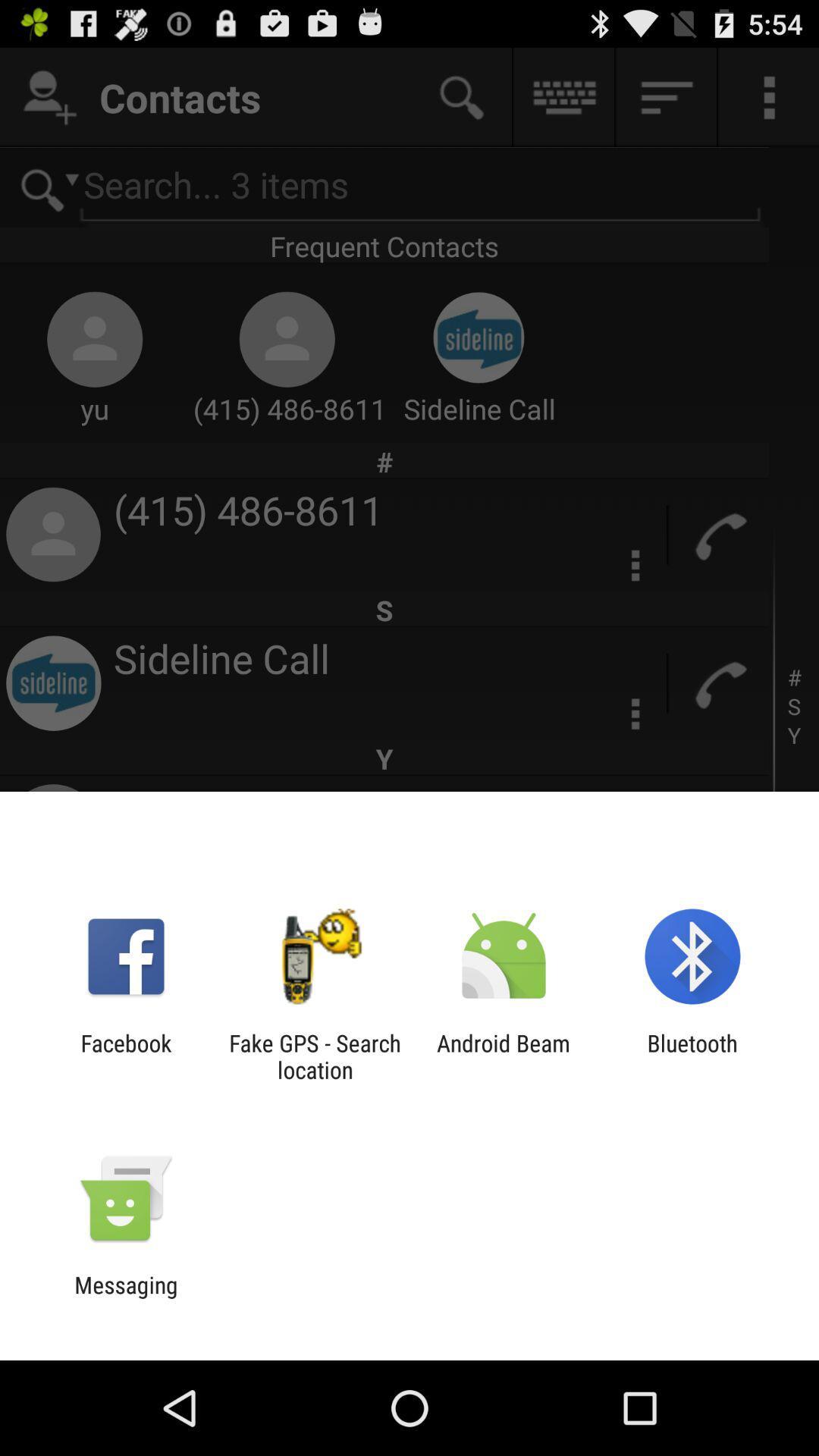  Describe the element at coordinates (125, 1056) in the screenshot. I see `facebook item` at that location.